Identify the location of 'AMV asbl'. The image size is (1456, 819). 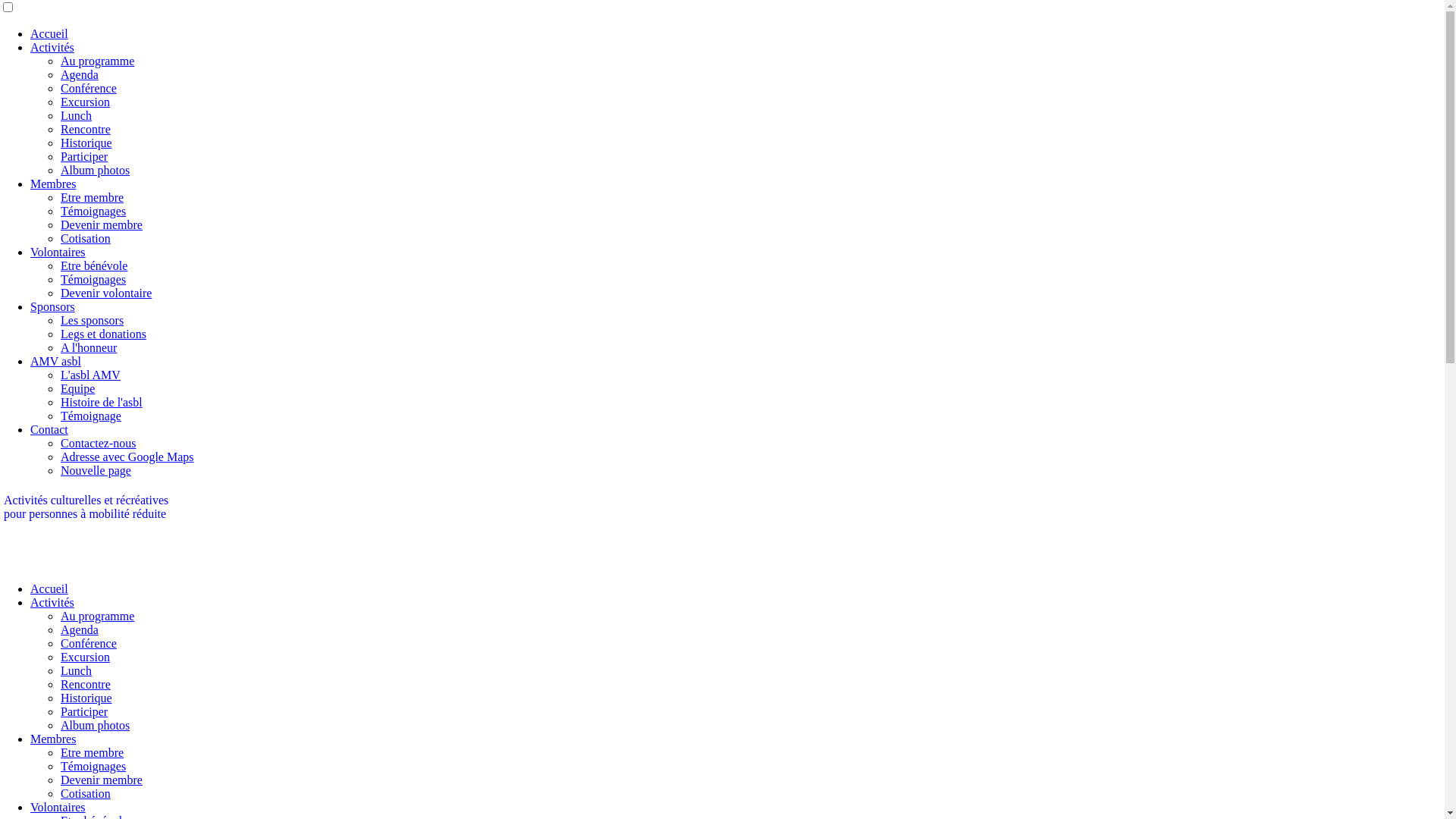
(30, 361).